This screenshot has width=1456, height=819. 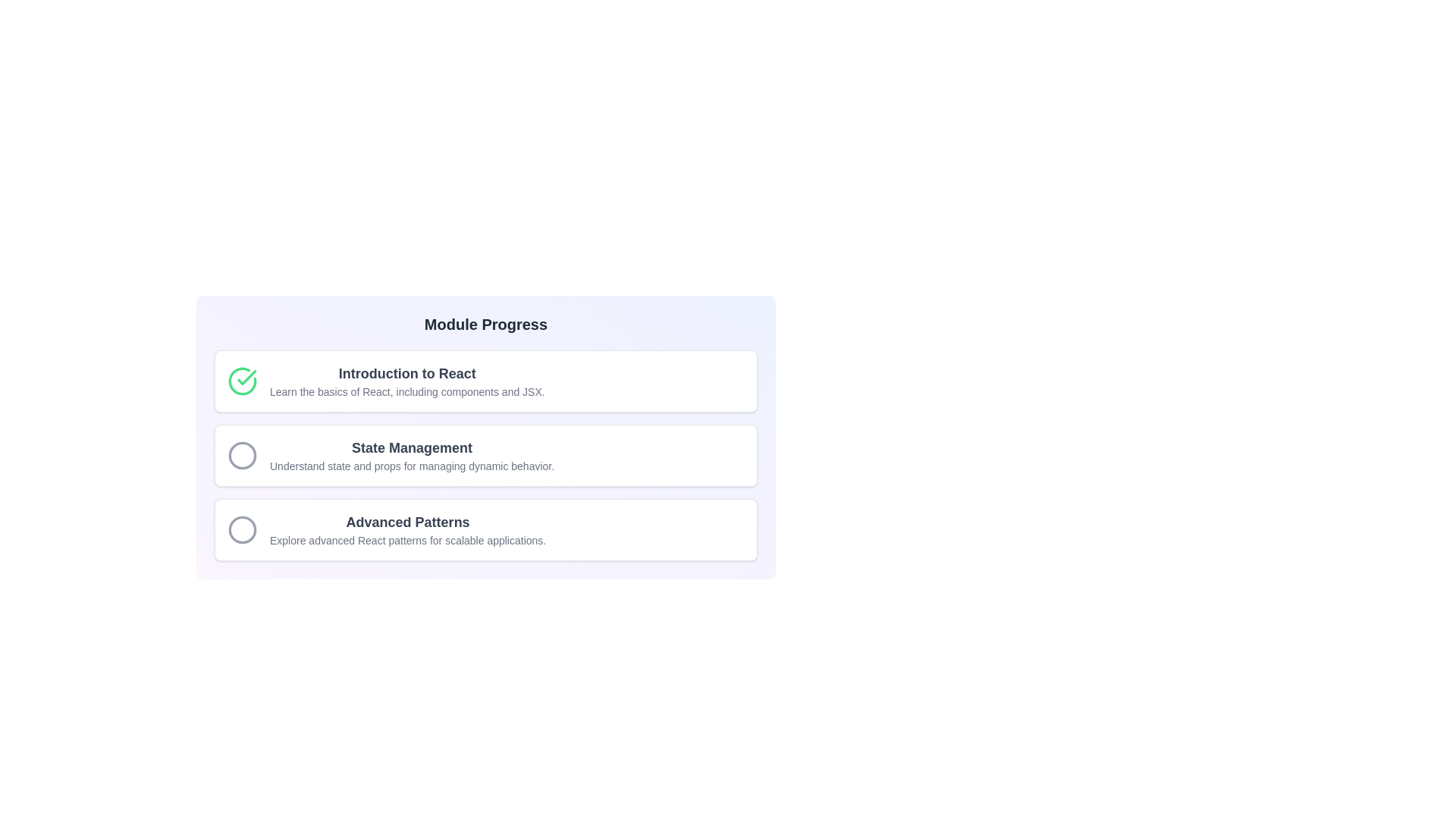 I want to click on the third selectable course module item, which provides information about its content, so click(x=486, y=529).